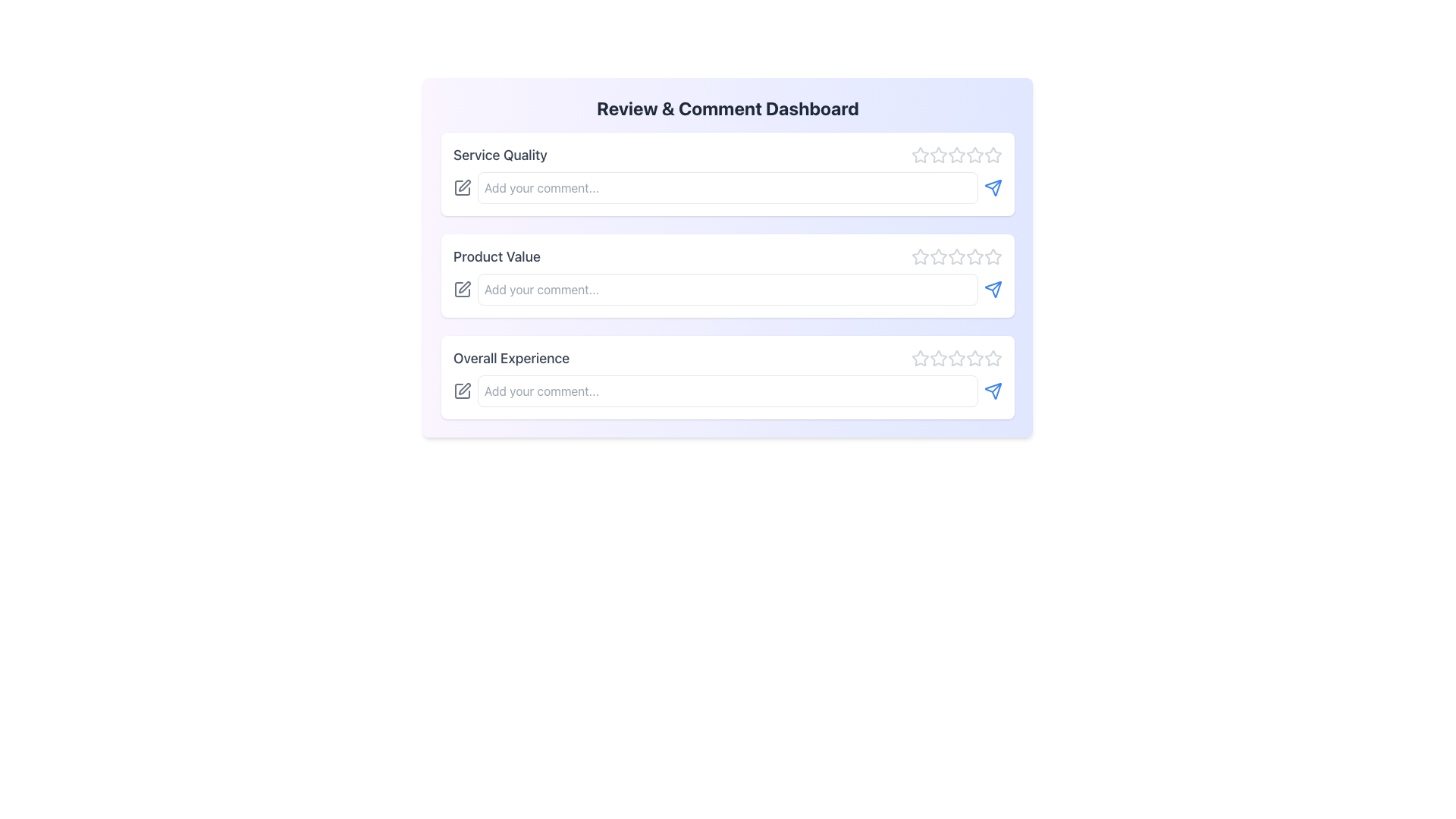  I want to click on the fifth star icon in the 'Product Value' rating section, so click(993, 256).